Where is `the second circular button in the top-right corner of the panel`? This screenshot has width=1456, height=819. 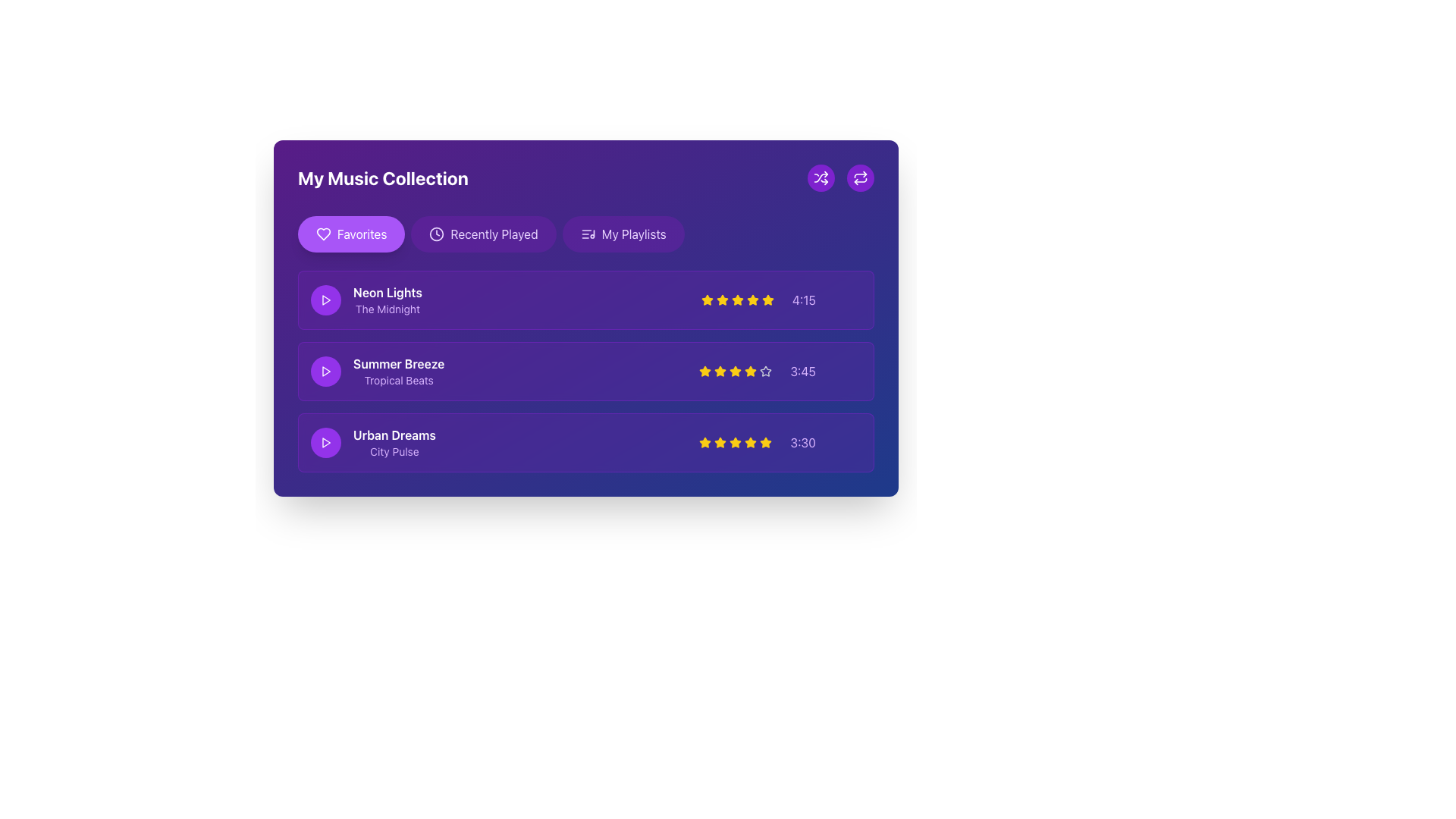
the second circular button in the top-right corner of the panel is located at coordinates (860, 177).